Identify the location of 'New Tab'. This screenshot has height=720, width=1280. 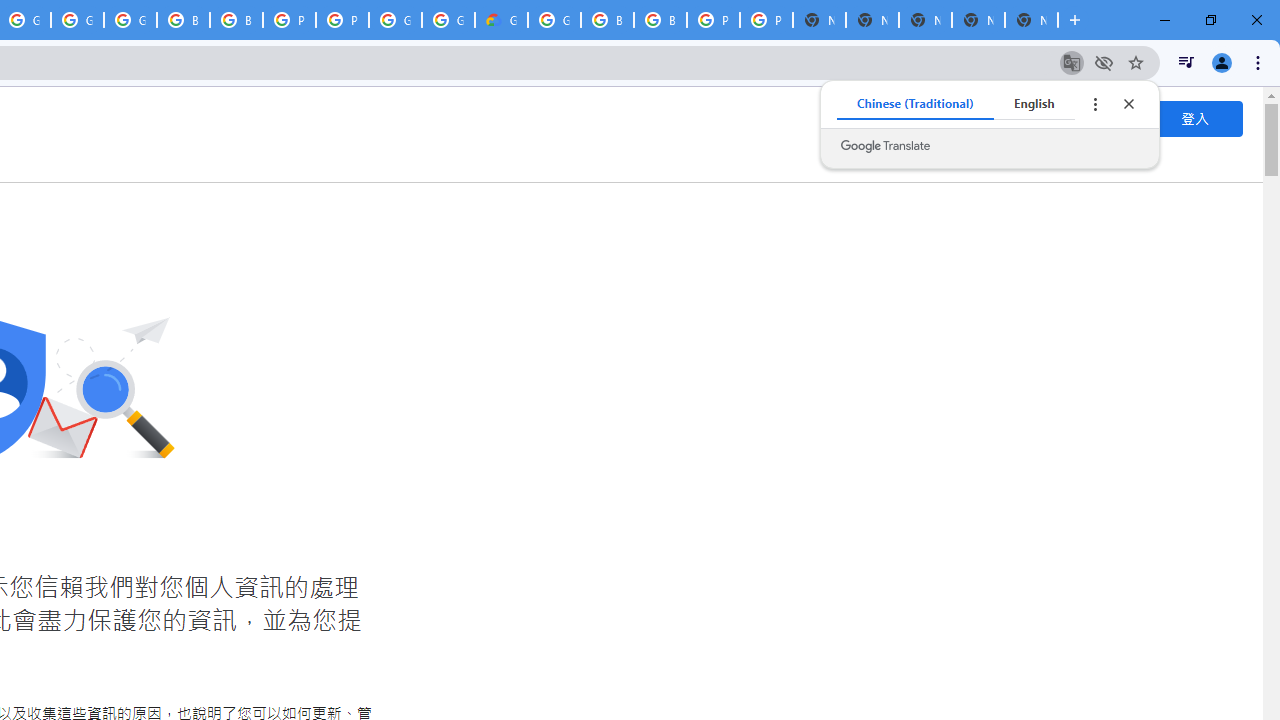
(1031, 20).